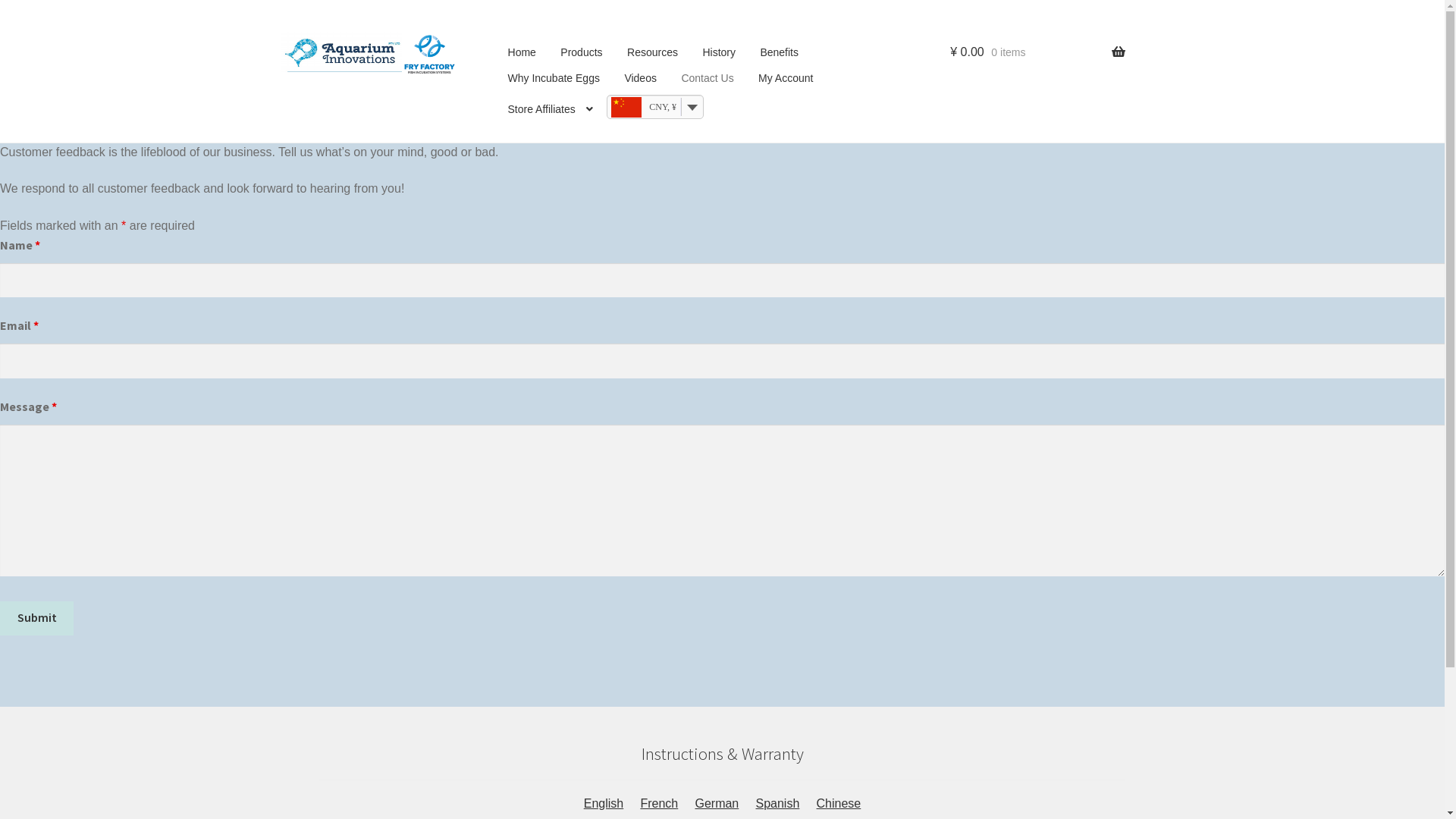 This screenshot has height=819, width=1456. What do you see at coordinates (777, 802) in the screenshot?
I see `'Spanish'` at bounding box center [777, 802].